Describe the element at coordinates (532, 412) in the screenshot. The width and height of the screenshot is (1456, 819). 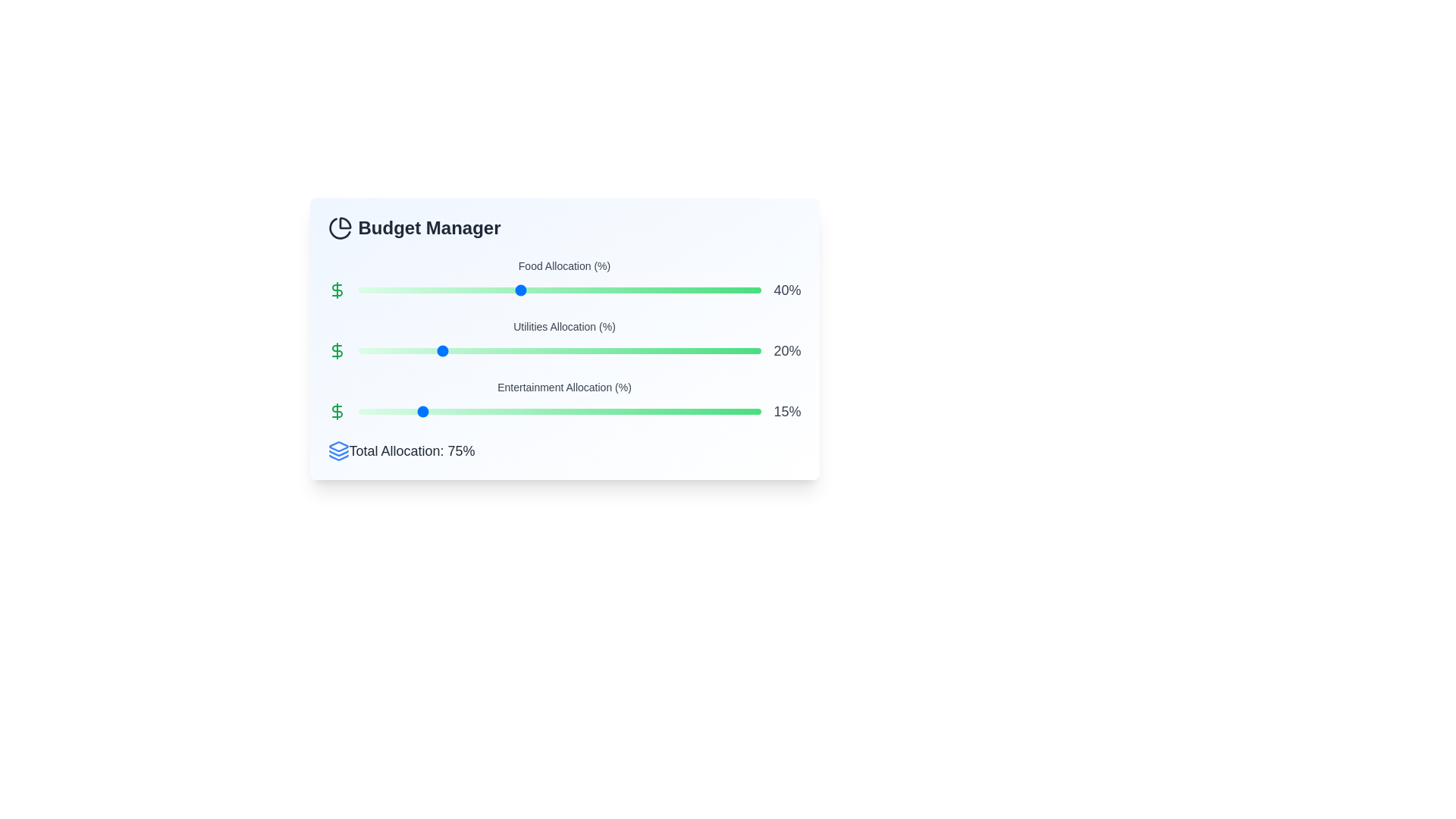
I see `the Entertainment Allocation slider to 43%` at that location.